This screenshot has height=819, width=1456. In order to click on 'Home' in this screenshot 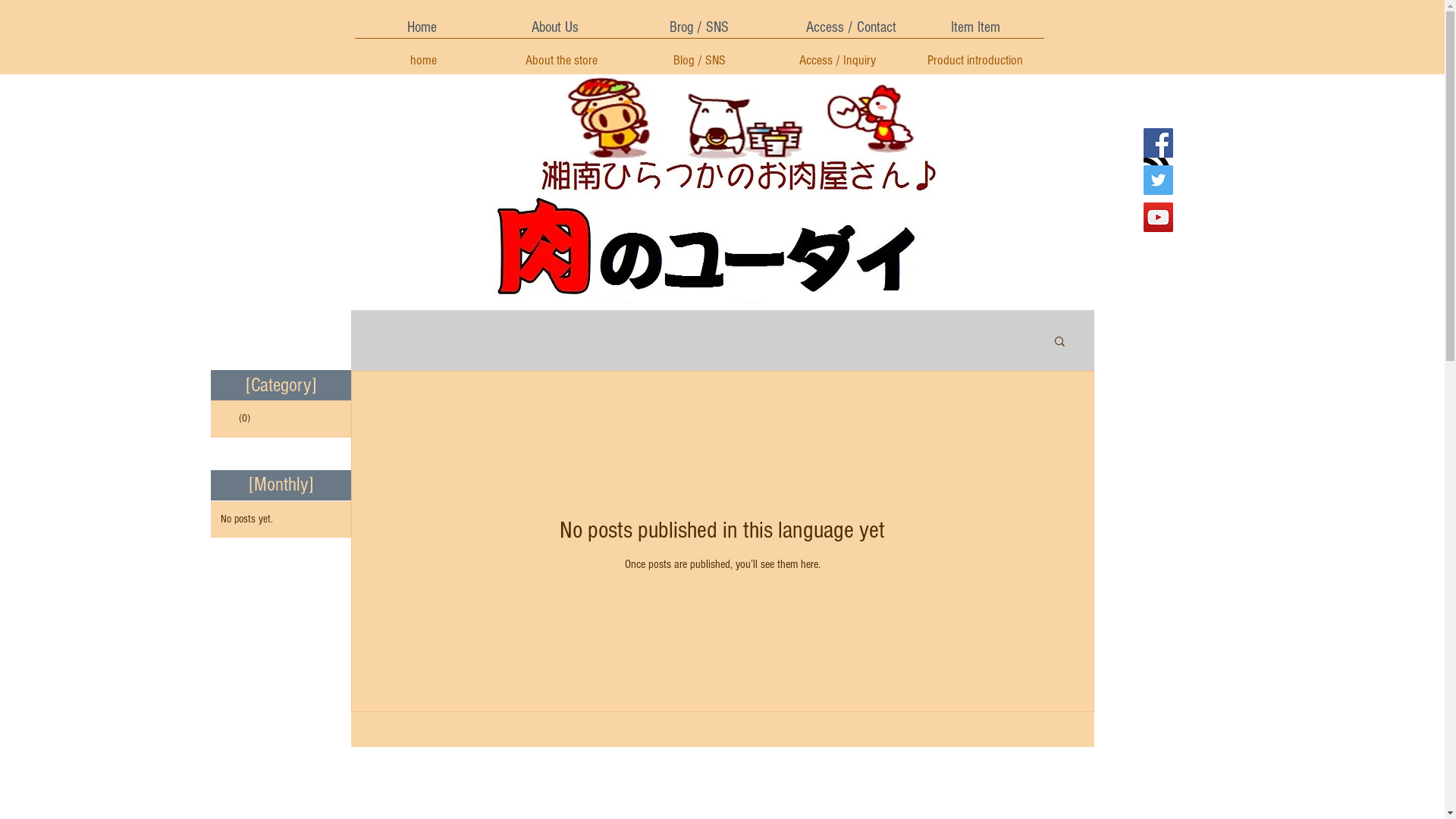, I will do `click(381, 27)`.